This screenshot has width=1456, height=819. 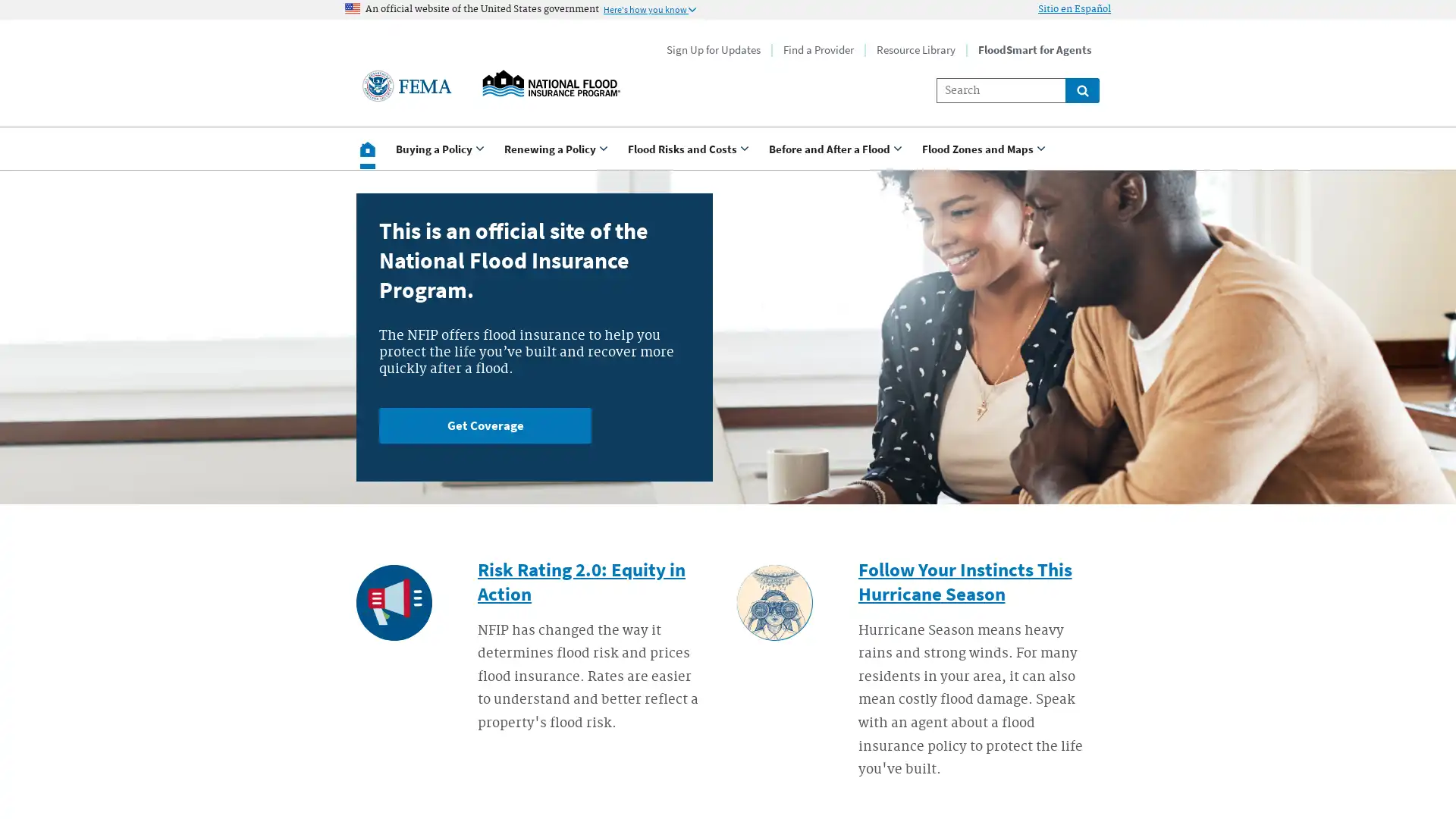 I want to click on Global search for site links and content throught floodsmart, so click(x=1081, y=90).